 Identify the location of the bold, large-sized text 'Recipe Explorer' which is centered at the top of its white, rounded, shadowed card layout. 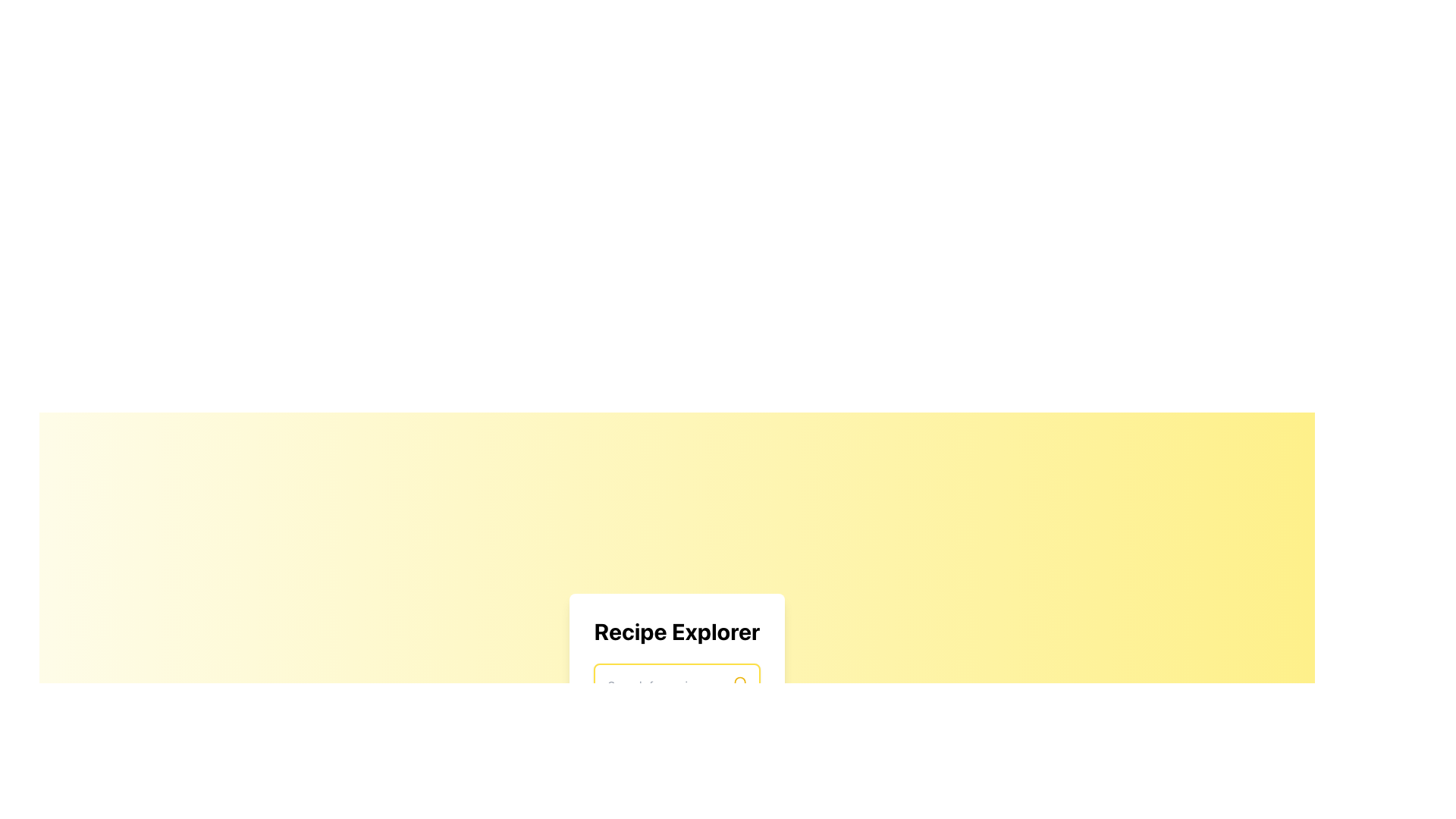
(676, 631).